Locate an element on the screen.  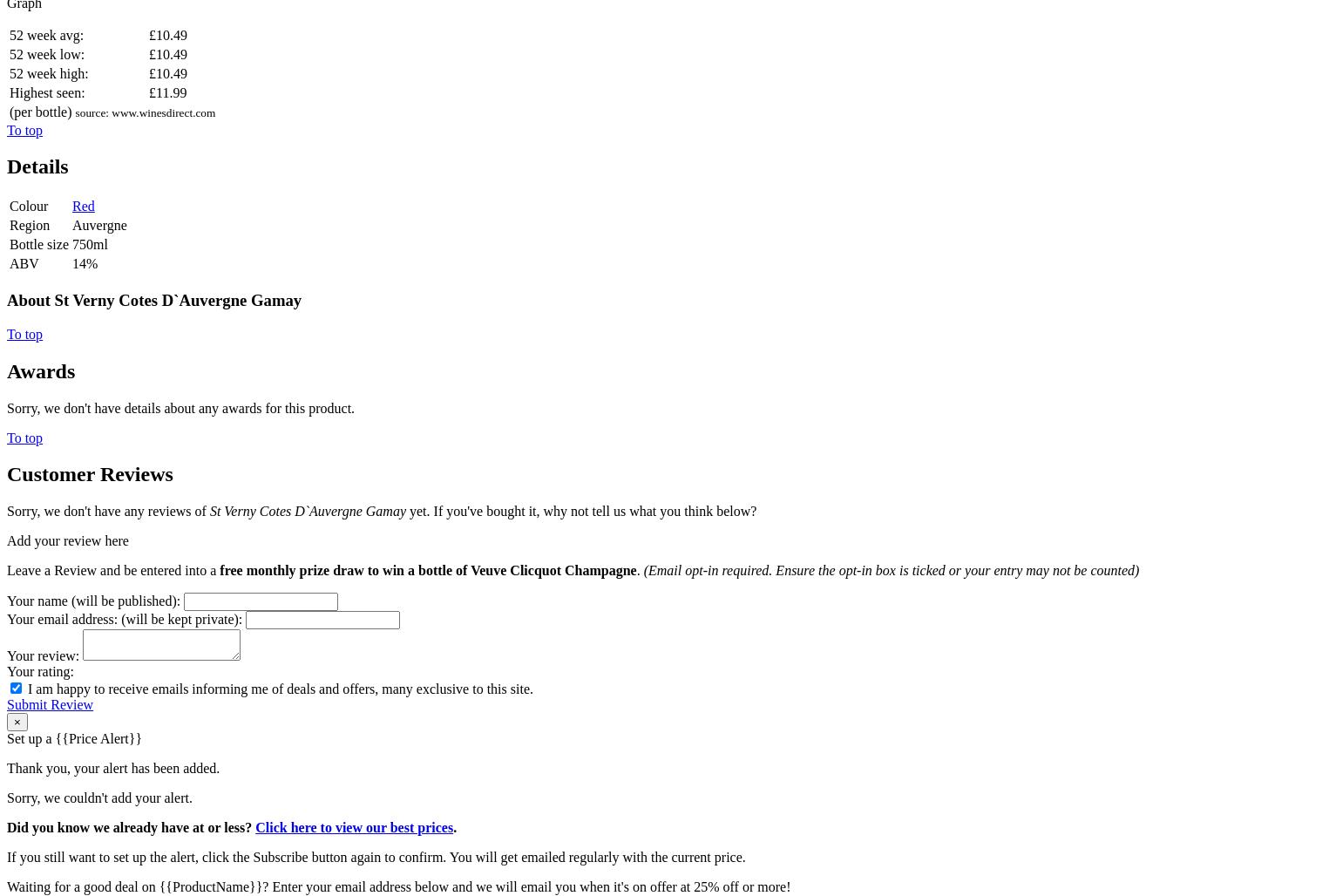
'free monthly prize draw to win a bottle of Veuve Clicquot Champagne' is located at coordinates (427, 570).